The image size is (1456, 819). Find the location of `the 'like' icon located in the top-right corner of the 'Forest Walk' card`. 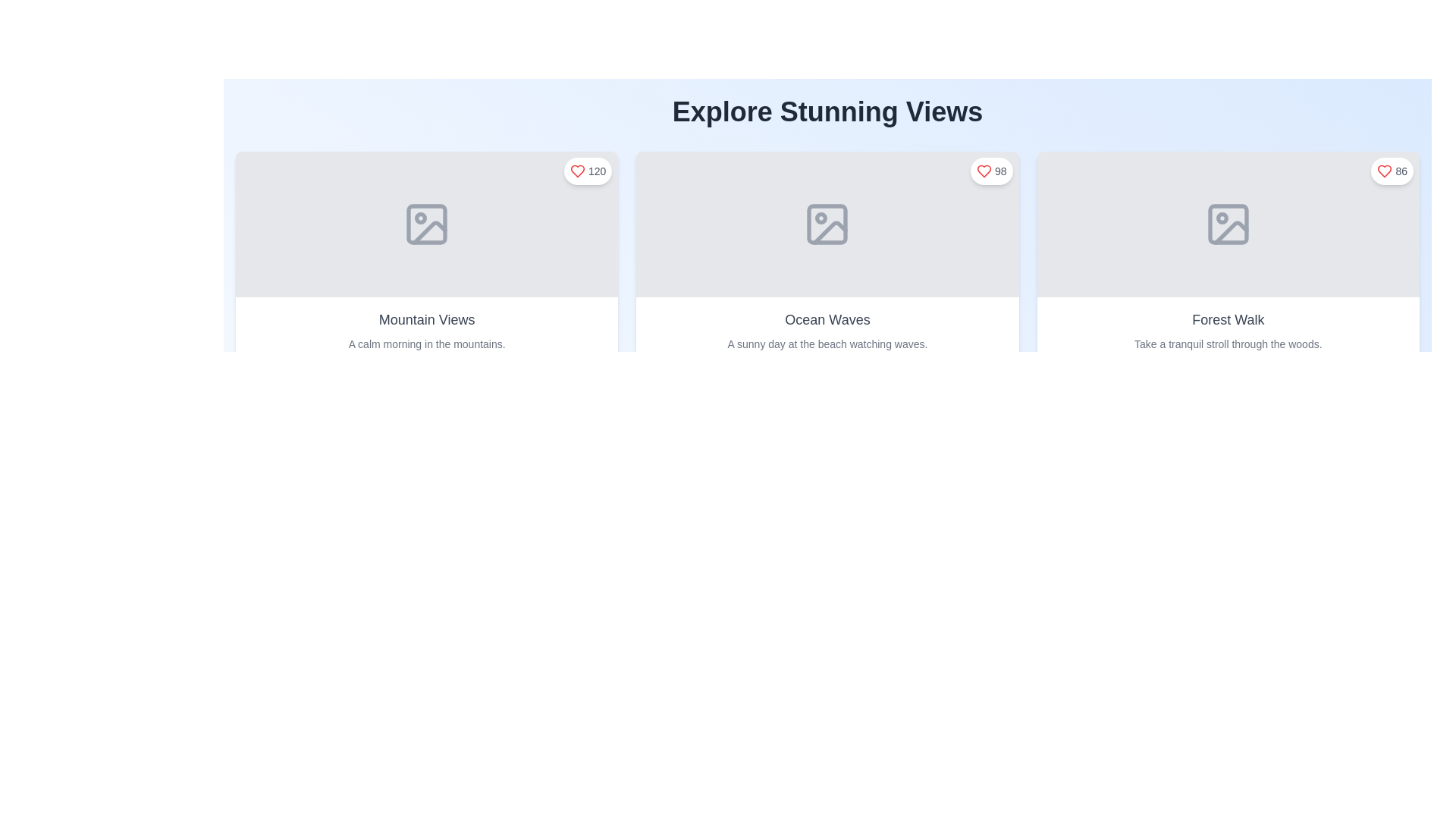

the 'like' icon located in the top-right corner of the 'Forest Walk' card is located at coordinates (1385, 171).